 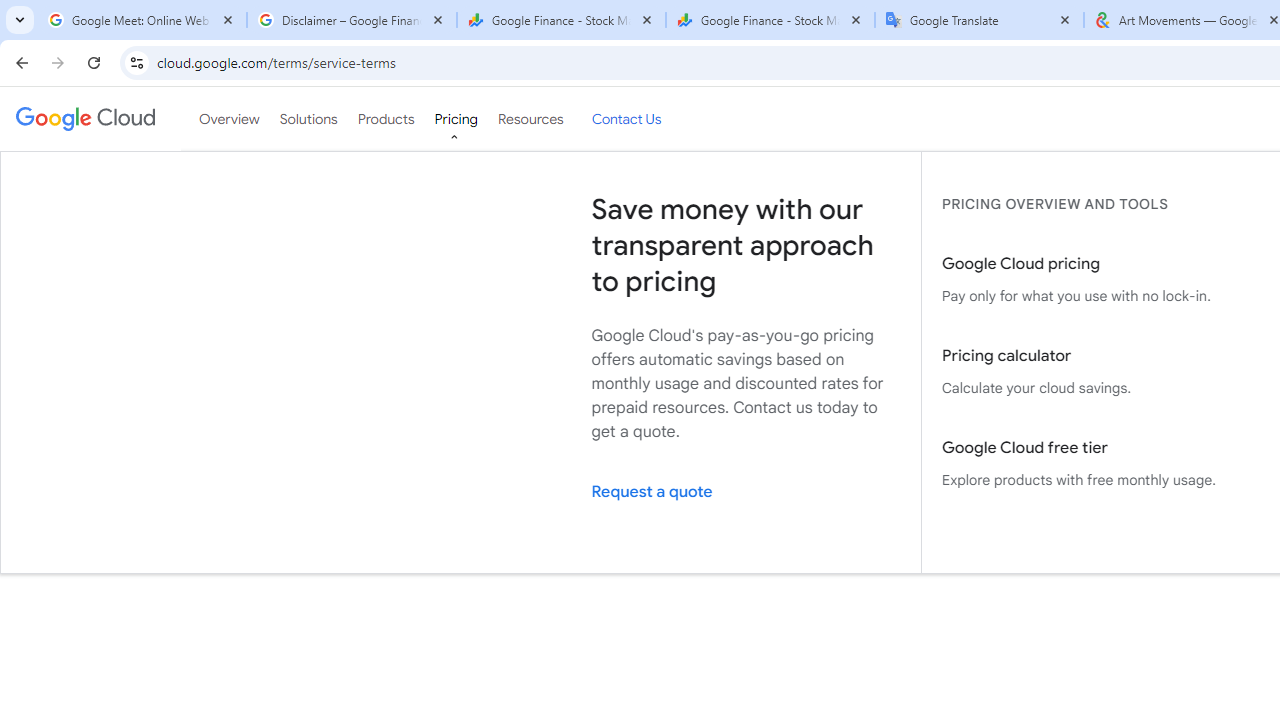 What do you see at coordinates (530, 119) in the screenshot?
I see `'Resources'` at bounding box center [530, 119].